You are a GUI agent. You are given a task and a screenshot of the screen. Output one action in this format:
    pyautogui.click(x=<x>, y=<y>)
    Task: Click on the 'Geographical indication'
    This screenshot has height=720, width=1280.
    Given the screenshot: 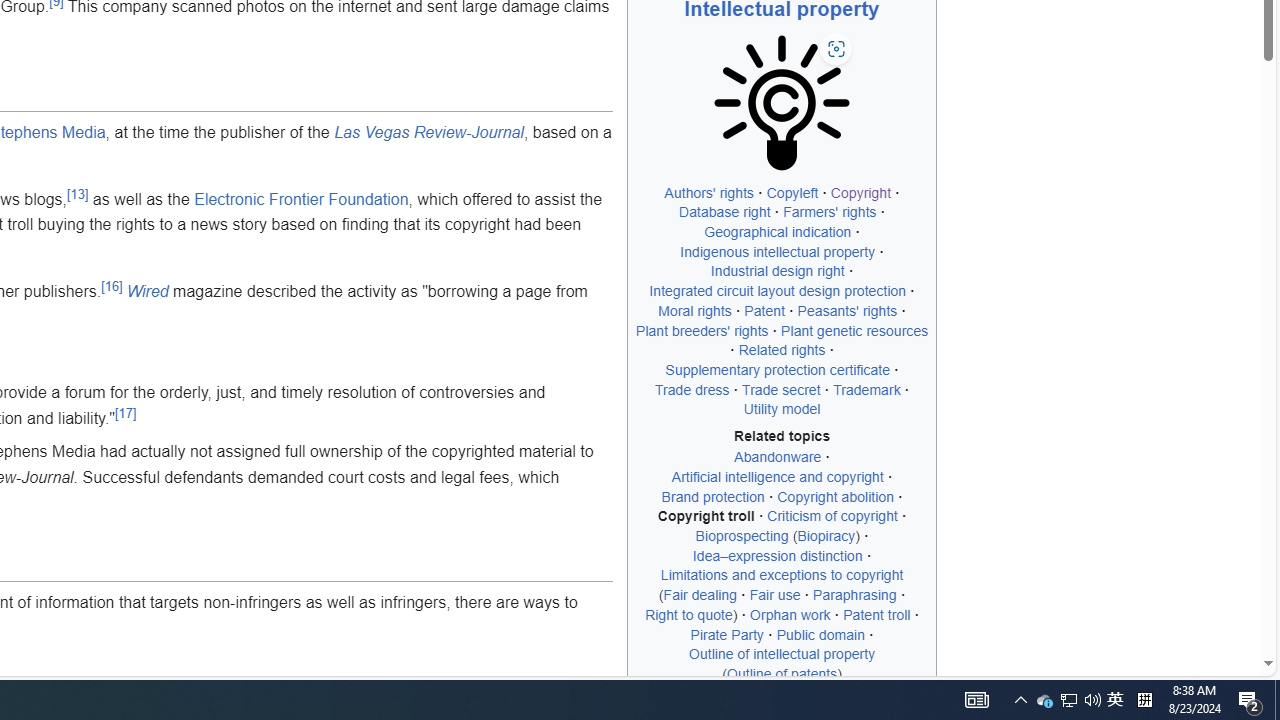 What is the action you would take?
    pyautogui.click(x=777, y=231)
    